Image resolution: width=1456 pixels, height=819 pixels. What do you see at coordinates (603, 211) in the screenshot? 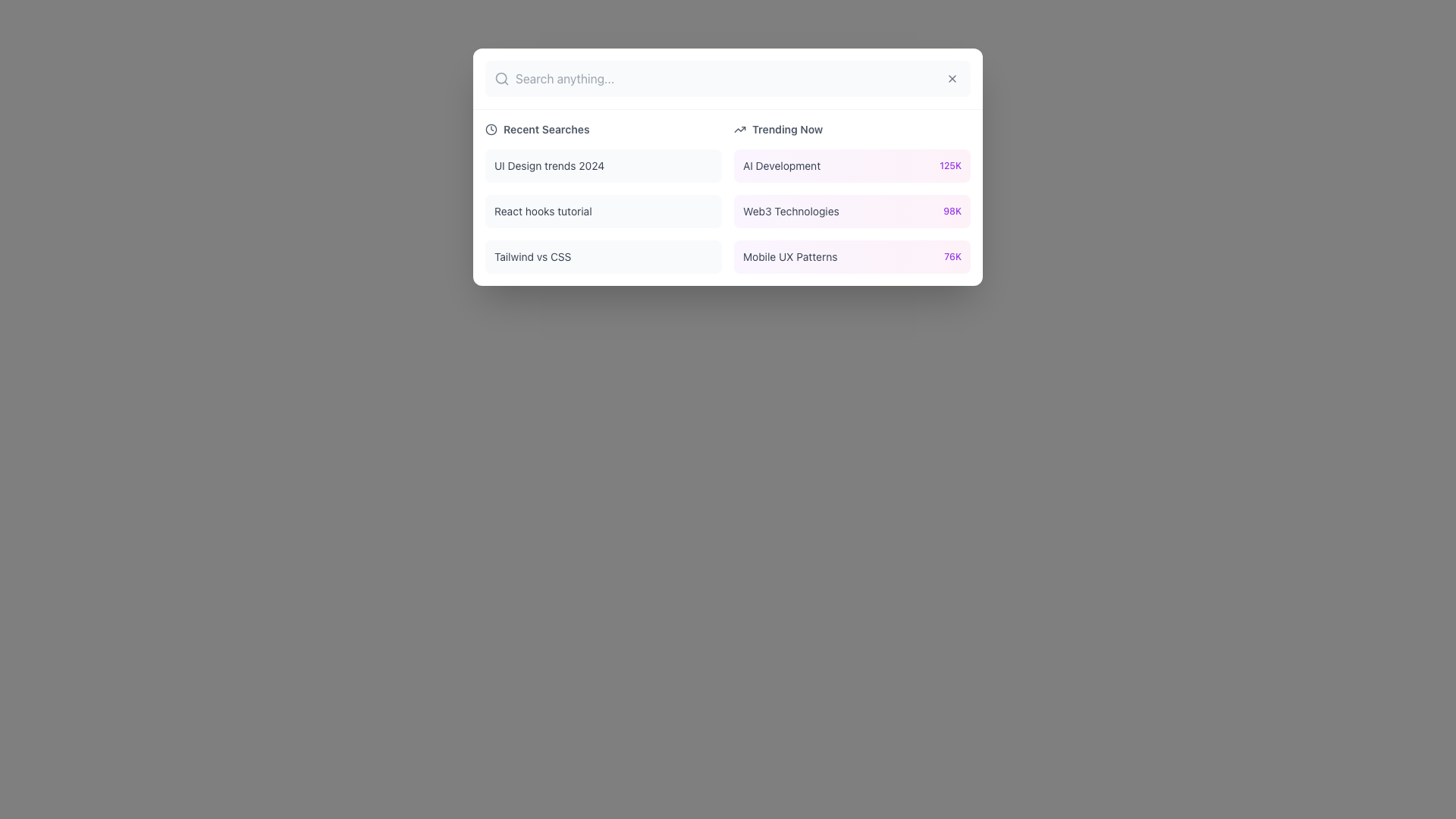
I see `the rectangular button labeled 'React hooks tutorial' with a light gray background, located` at bounding box center [603, 211].